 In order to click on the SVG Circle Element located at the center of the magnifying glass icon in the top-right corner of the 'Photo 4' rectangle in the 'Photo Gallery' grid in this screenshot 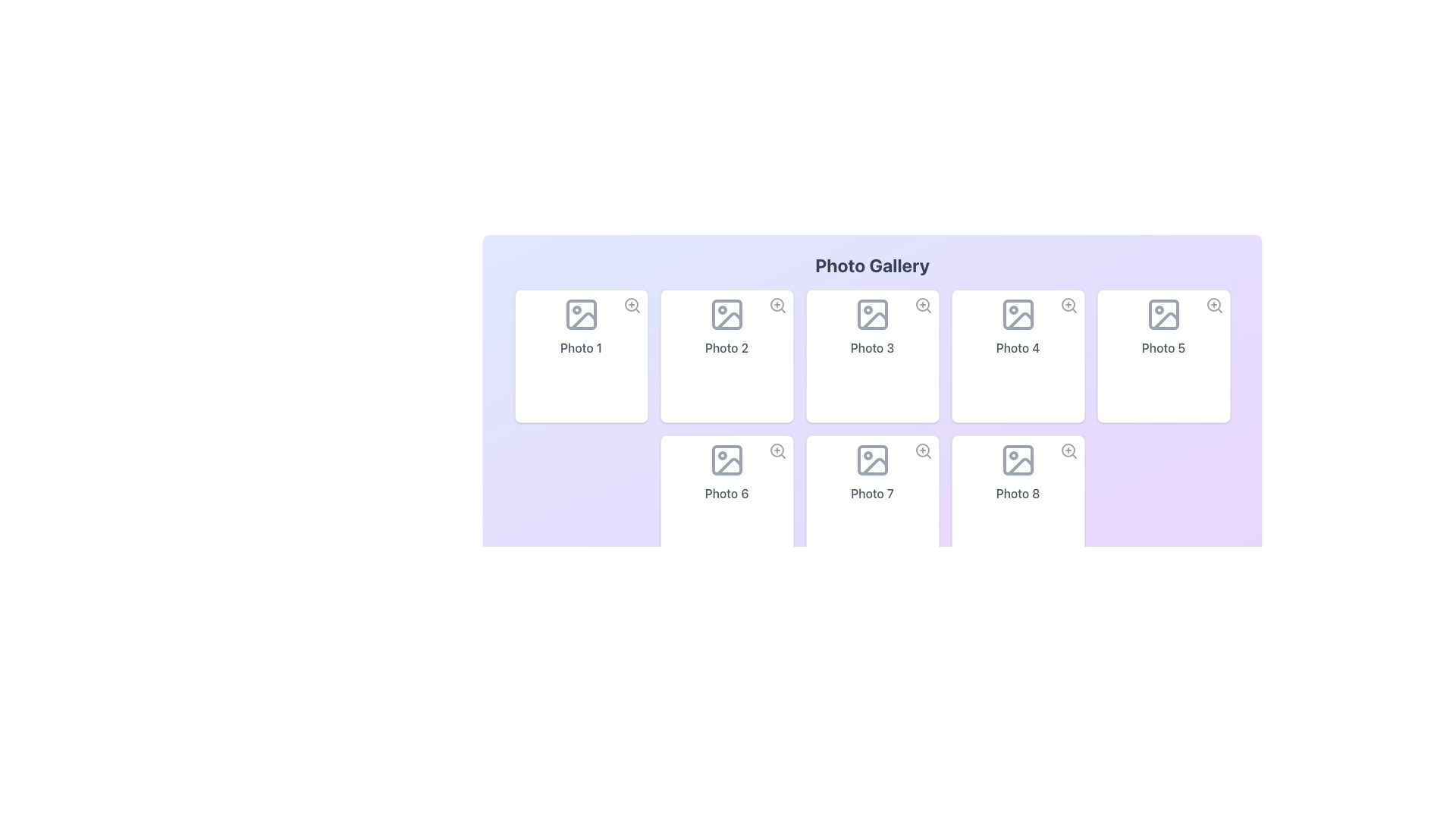, I will do `click(1067, 304)`.